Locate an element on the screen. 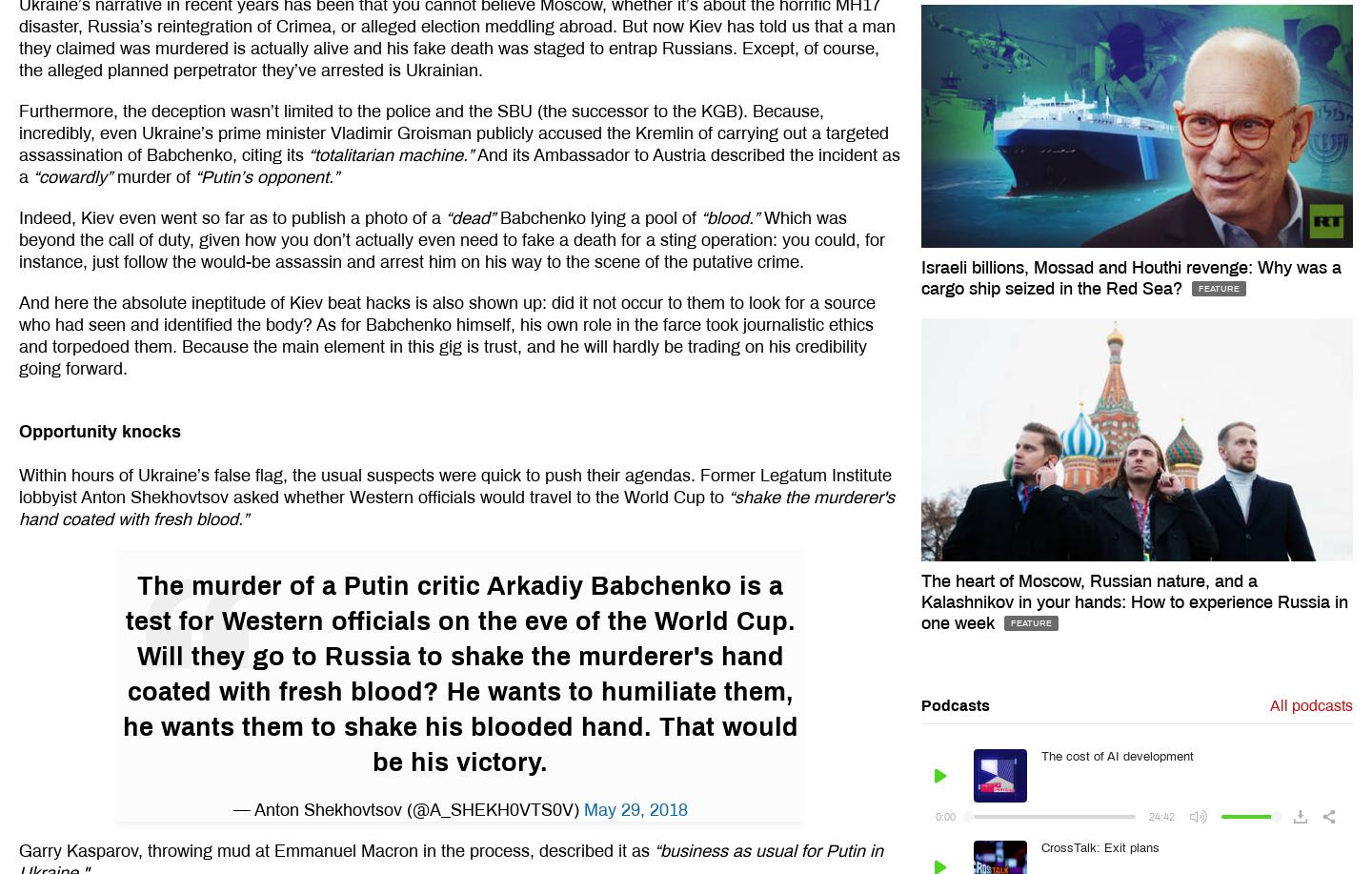 The height and width of the screenshot is (874, 1372). 'Israeli billions, Mossad and Houthi revenge: Why was a cargo ship seized in the Red Sea?' is located at coordinates (1130, 277).